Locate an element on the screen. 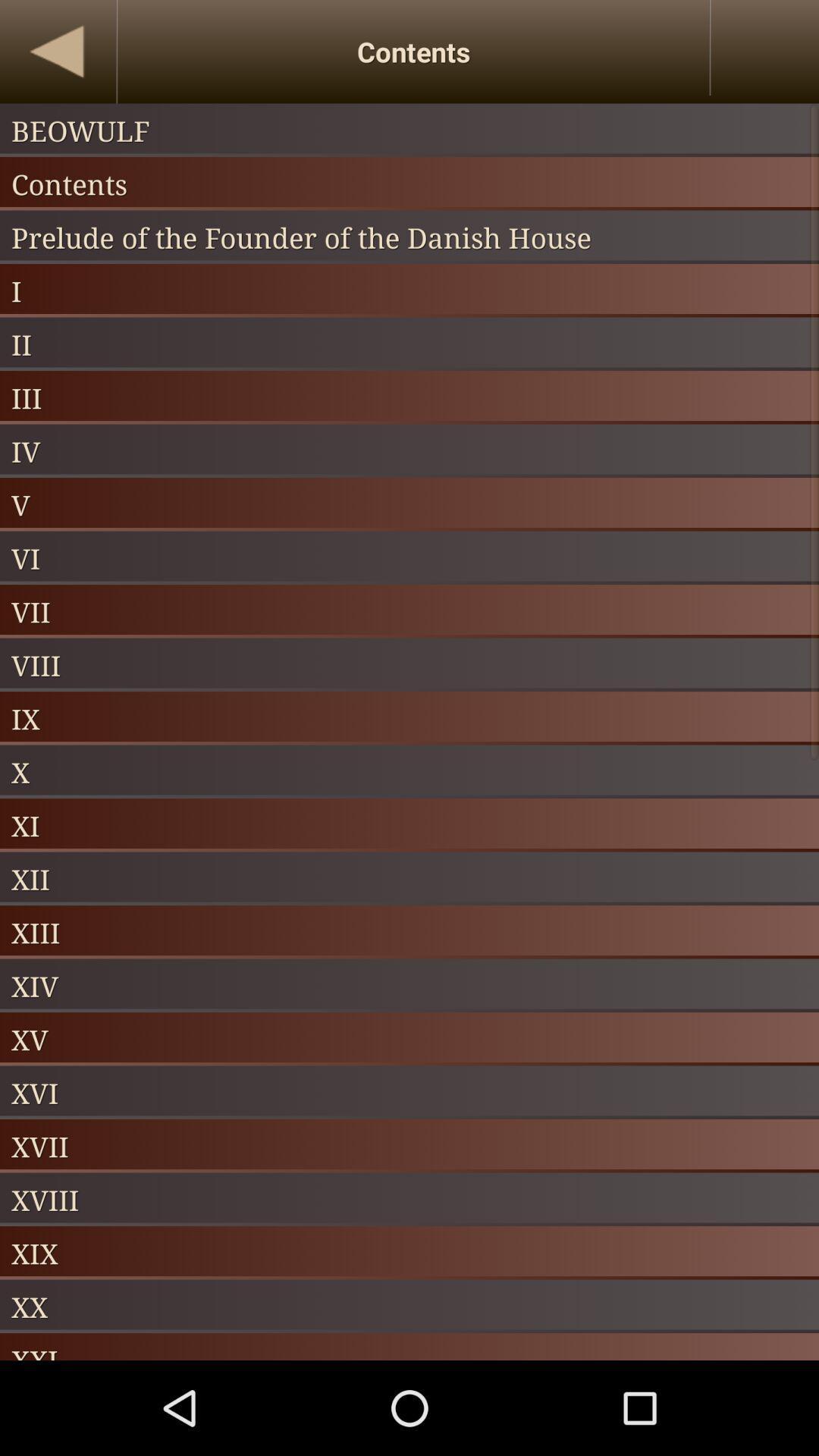 The width and height of the screenshot is (819, 1456). the app above xvi is located at coordinates (409, 1038).